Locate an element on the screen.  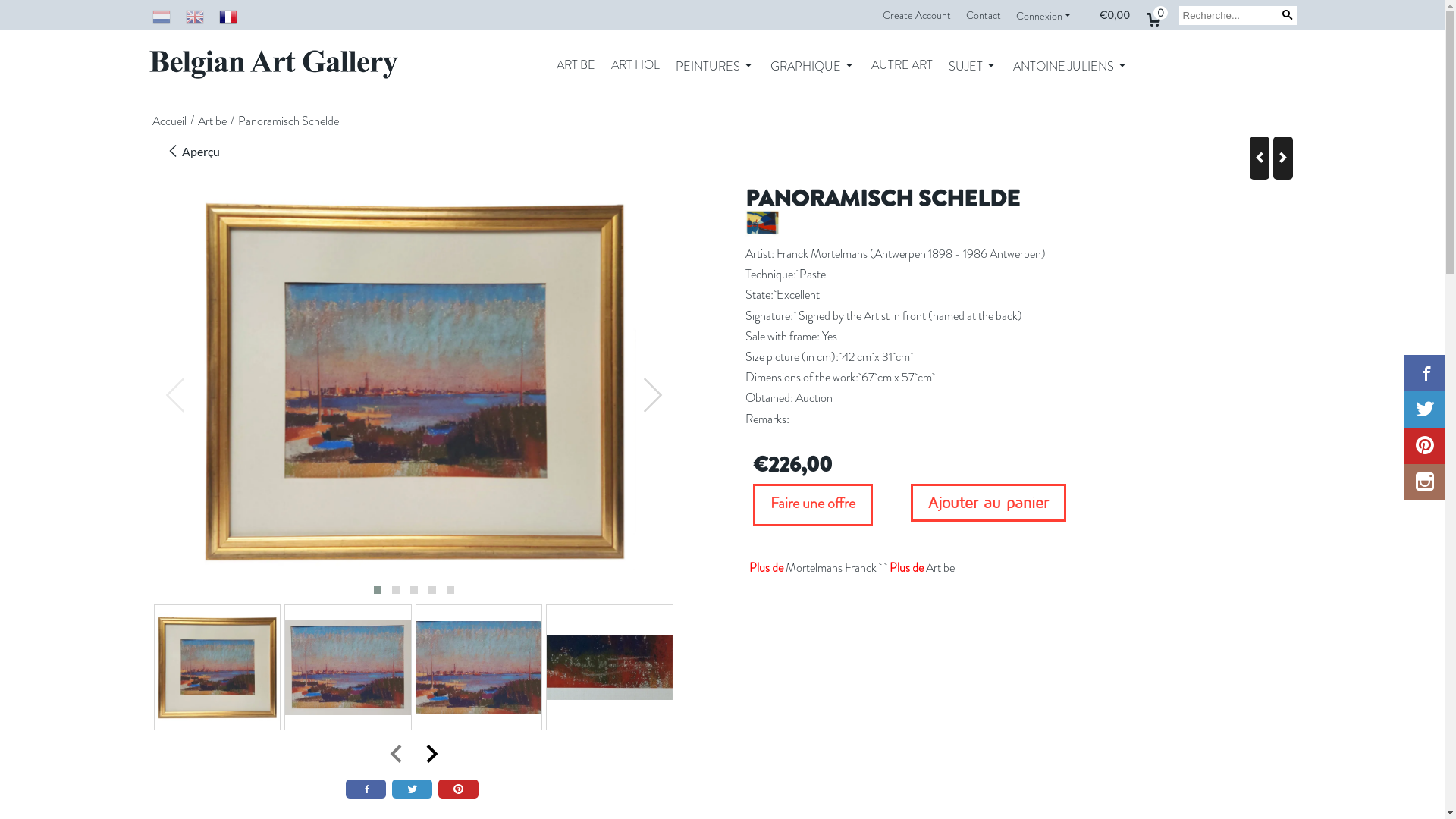
'ANTOINE JULIENS' is located at coordinates (1069, 65).